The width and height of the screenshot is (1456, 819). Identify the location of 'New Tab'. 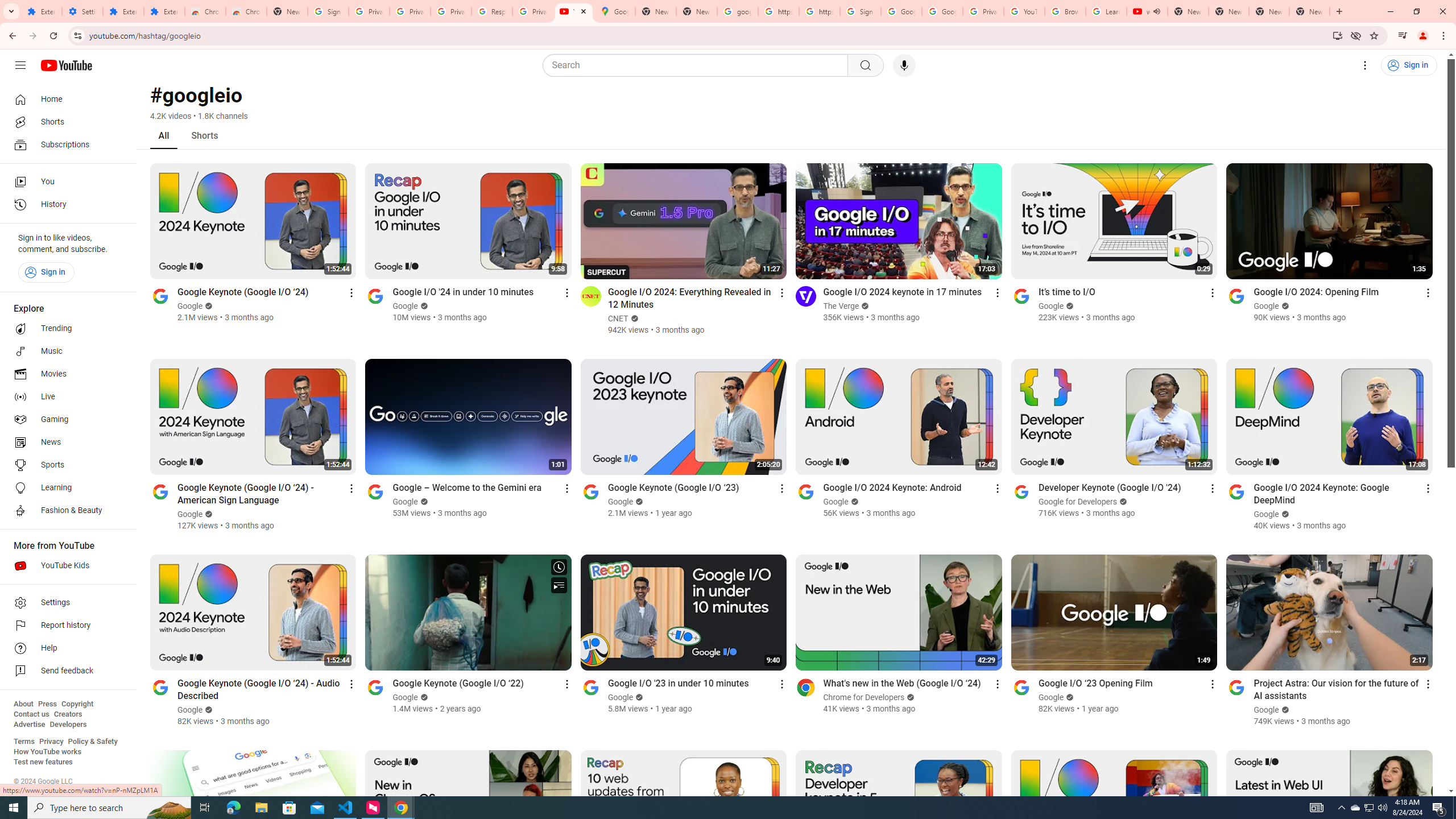
(1309, 11).